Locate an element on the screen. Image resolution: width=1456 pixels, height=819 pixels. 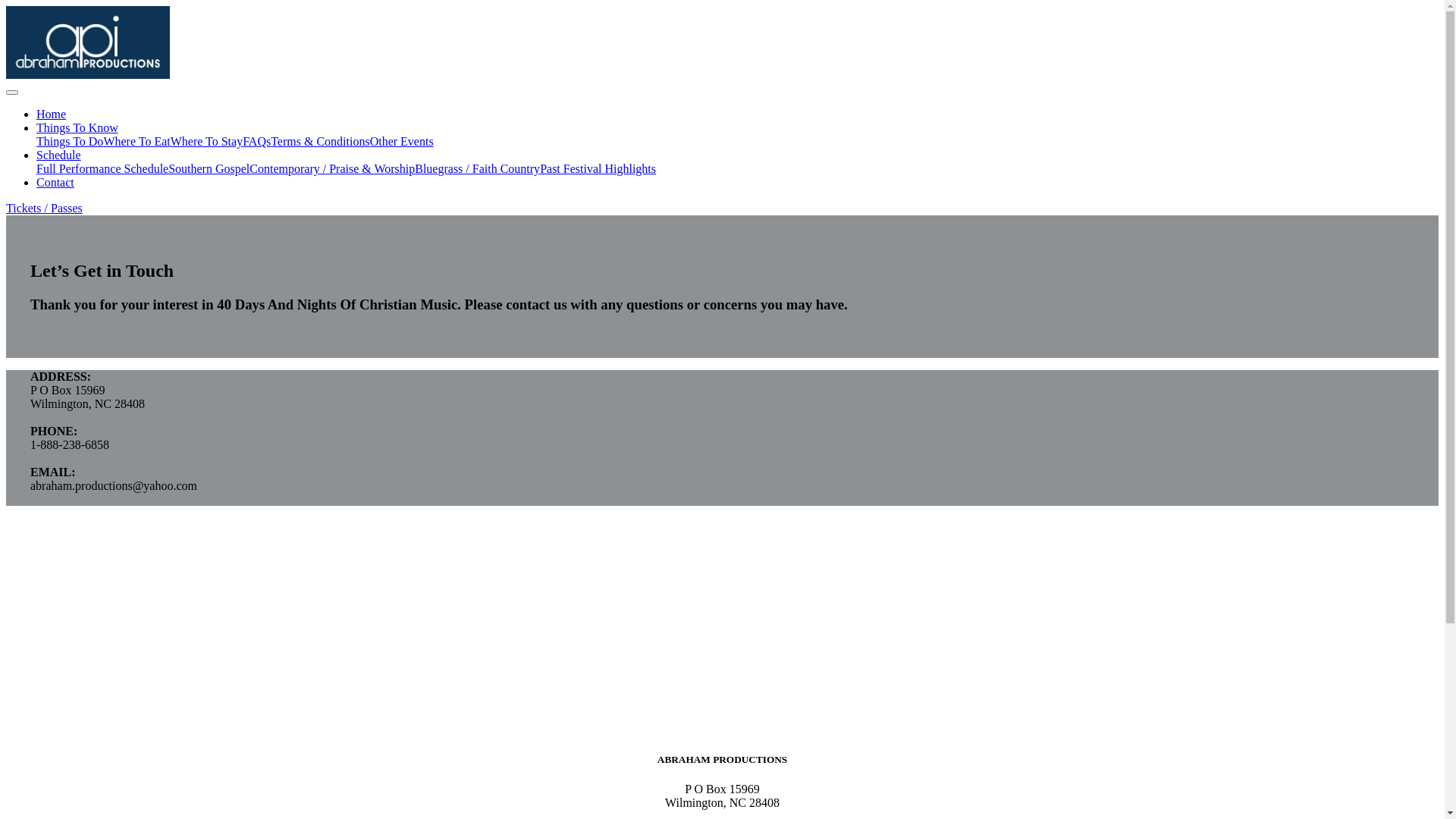
'Schedule' is located at coordinates (58, 155).